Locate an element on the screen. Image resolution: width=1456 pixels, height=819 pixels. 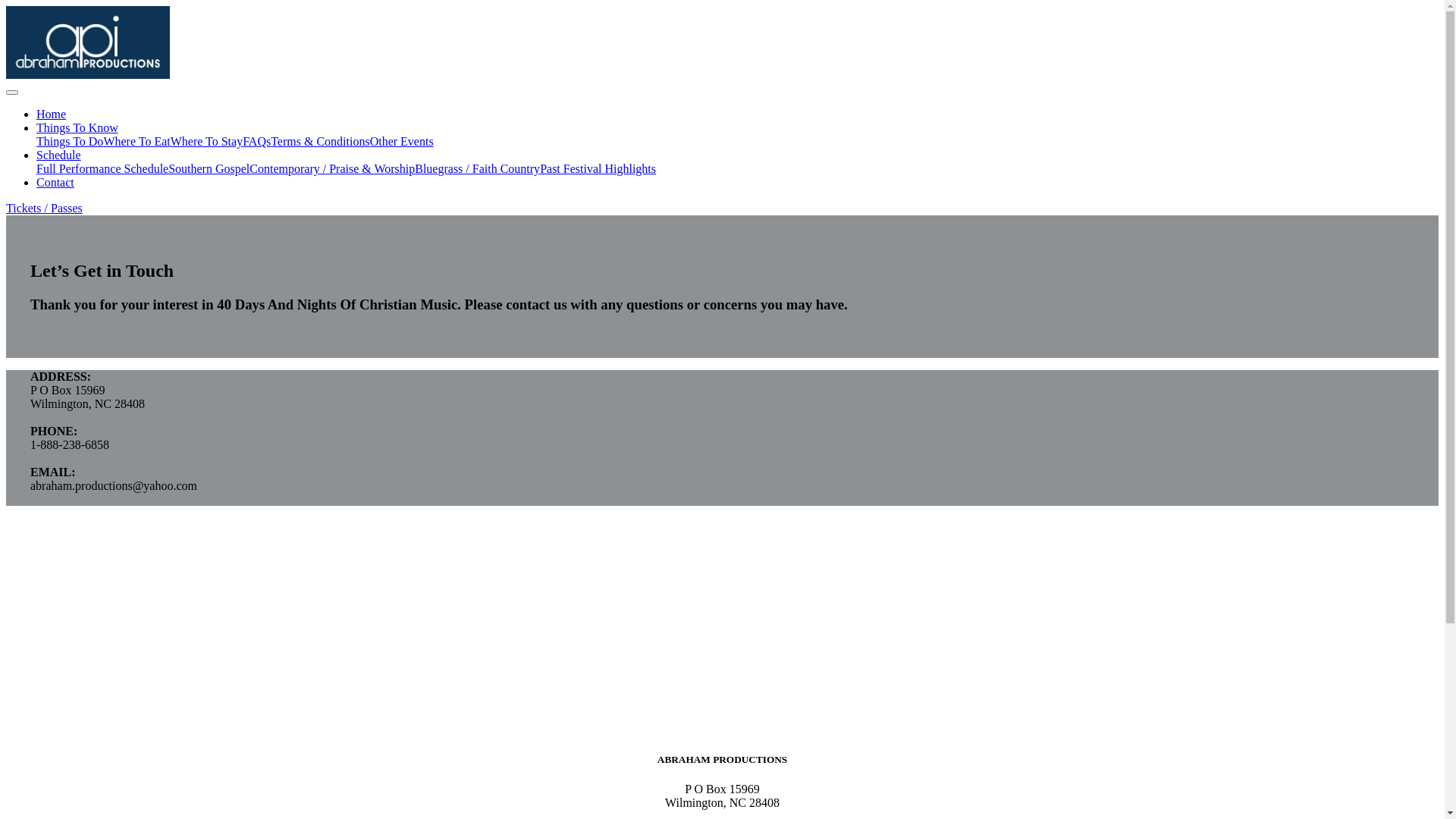
'Schedule' is located at coordinates (58, 155).